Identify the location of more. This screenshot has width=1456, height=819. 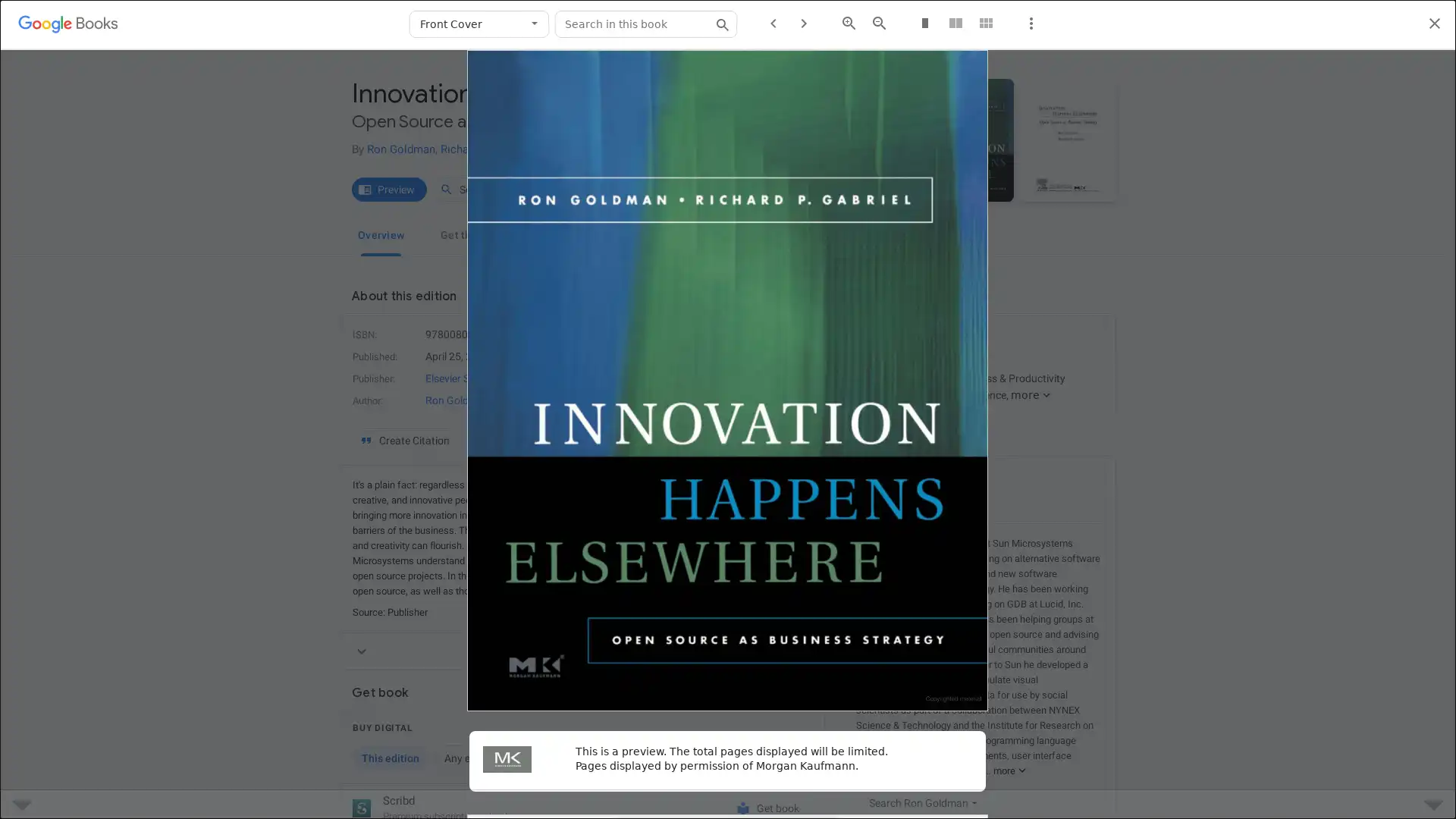
(1031, 394).